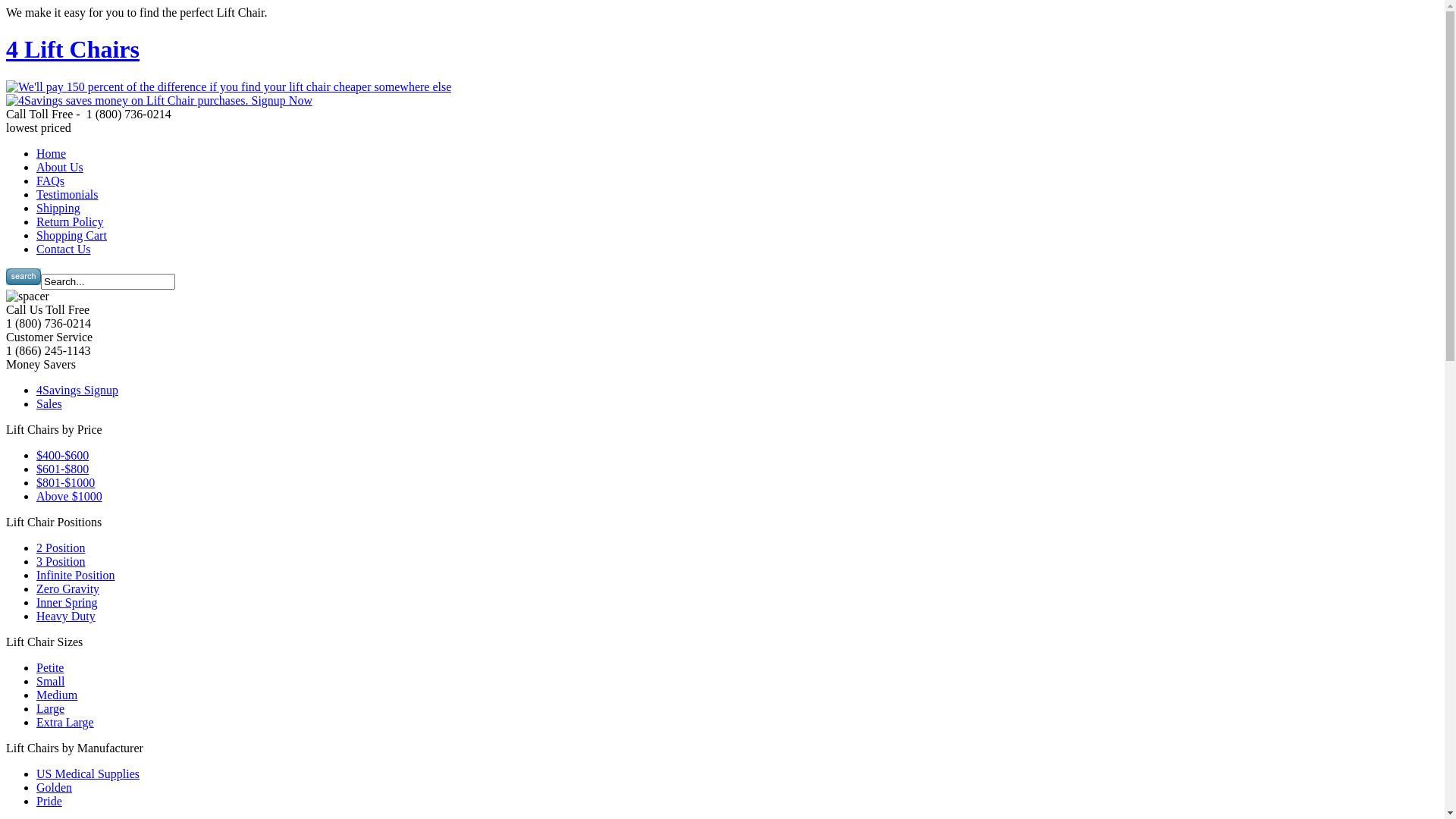  I want to click on 'Petite', so click(50, 667).